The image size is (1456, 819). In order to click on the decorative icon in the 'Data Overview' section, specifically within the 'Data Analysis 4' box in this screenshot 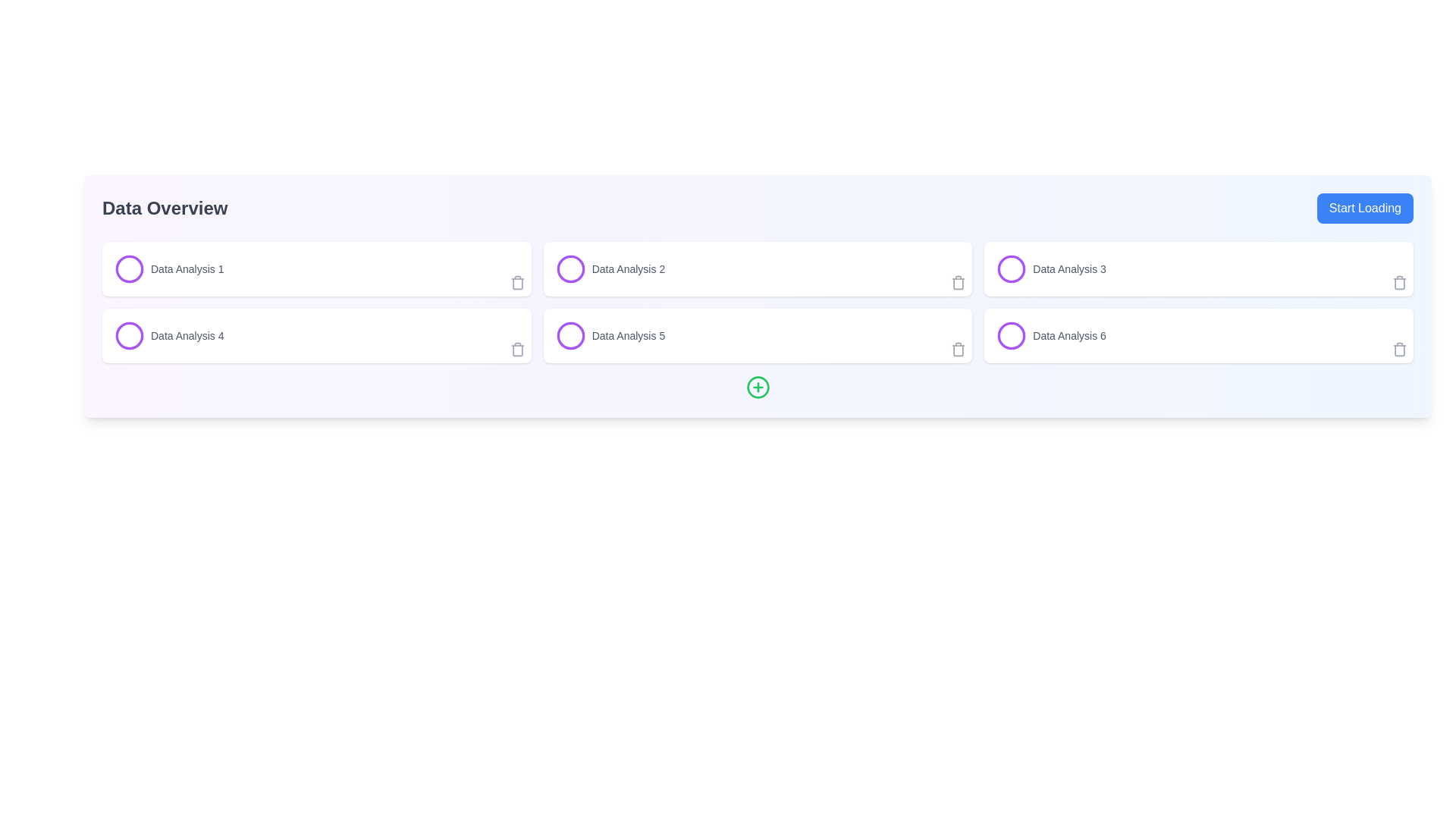, I will do `click(130, 335)`.